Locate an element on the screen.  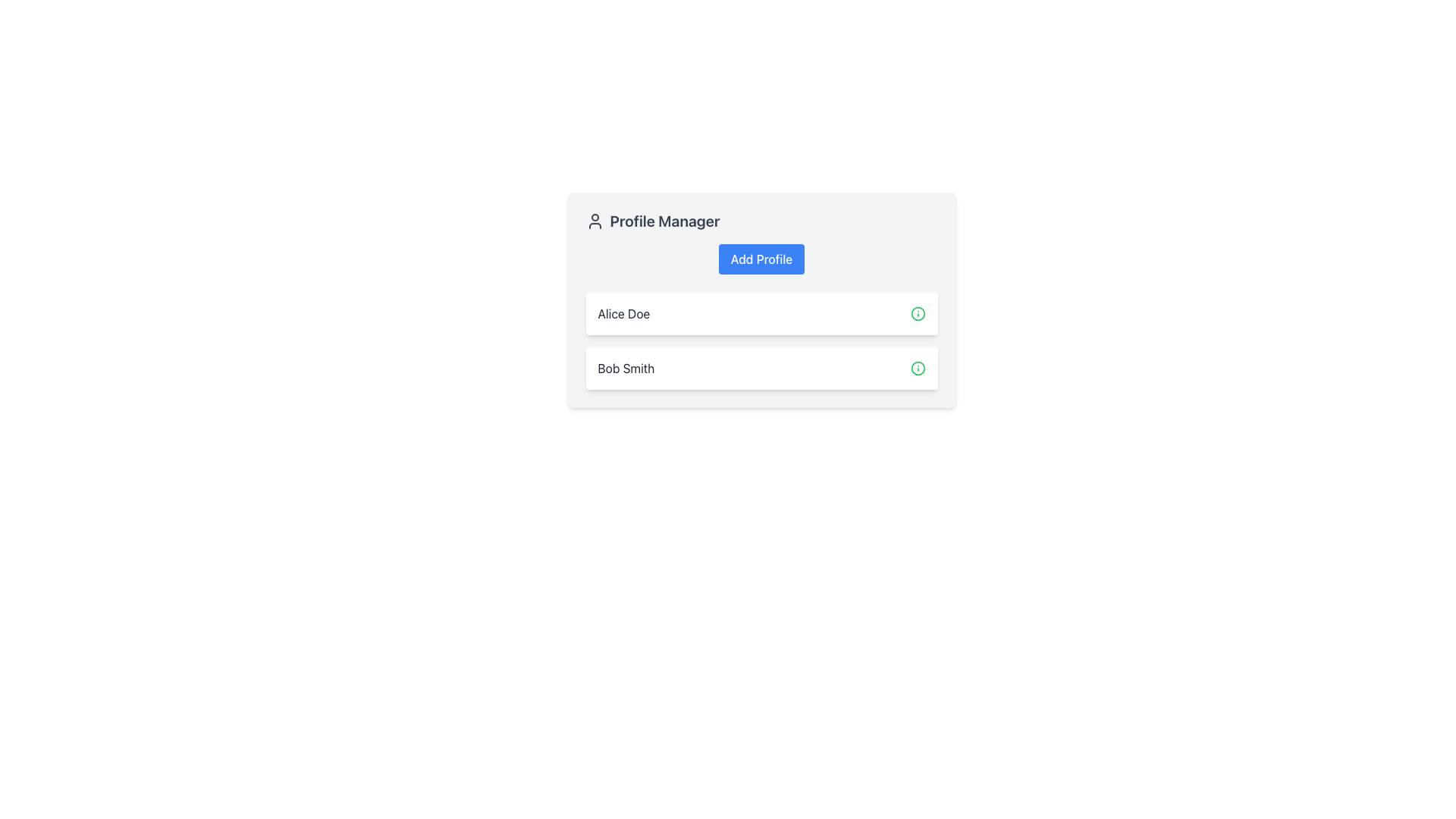
the 'Add Profile' button, which is a rectangular button with a blue background and white bold text, located in the 'Profile Manager' section is located at coordinates (761, 259).